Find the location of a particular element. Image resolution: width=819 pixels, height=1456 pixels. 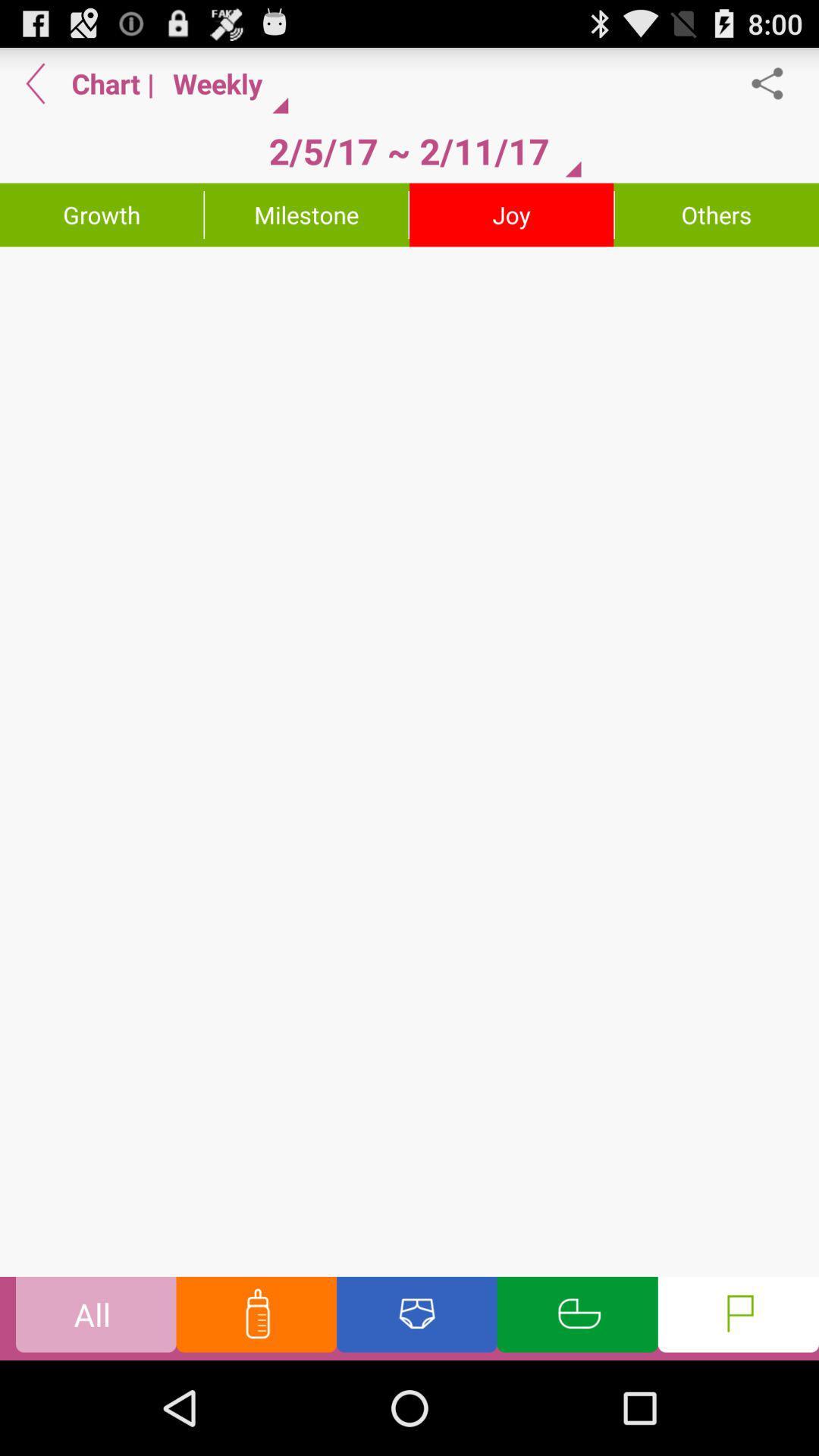

sleeping schedule is located at coordinates (577, 1317).